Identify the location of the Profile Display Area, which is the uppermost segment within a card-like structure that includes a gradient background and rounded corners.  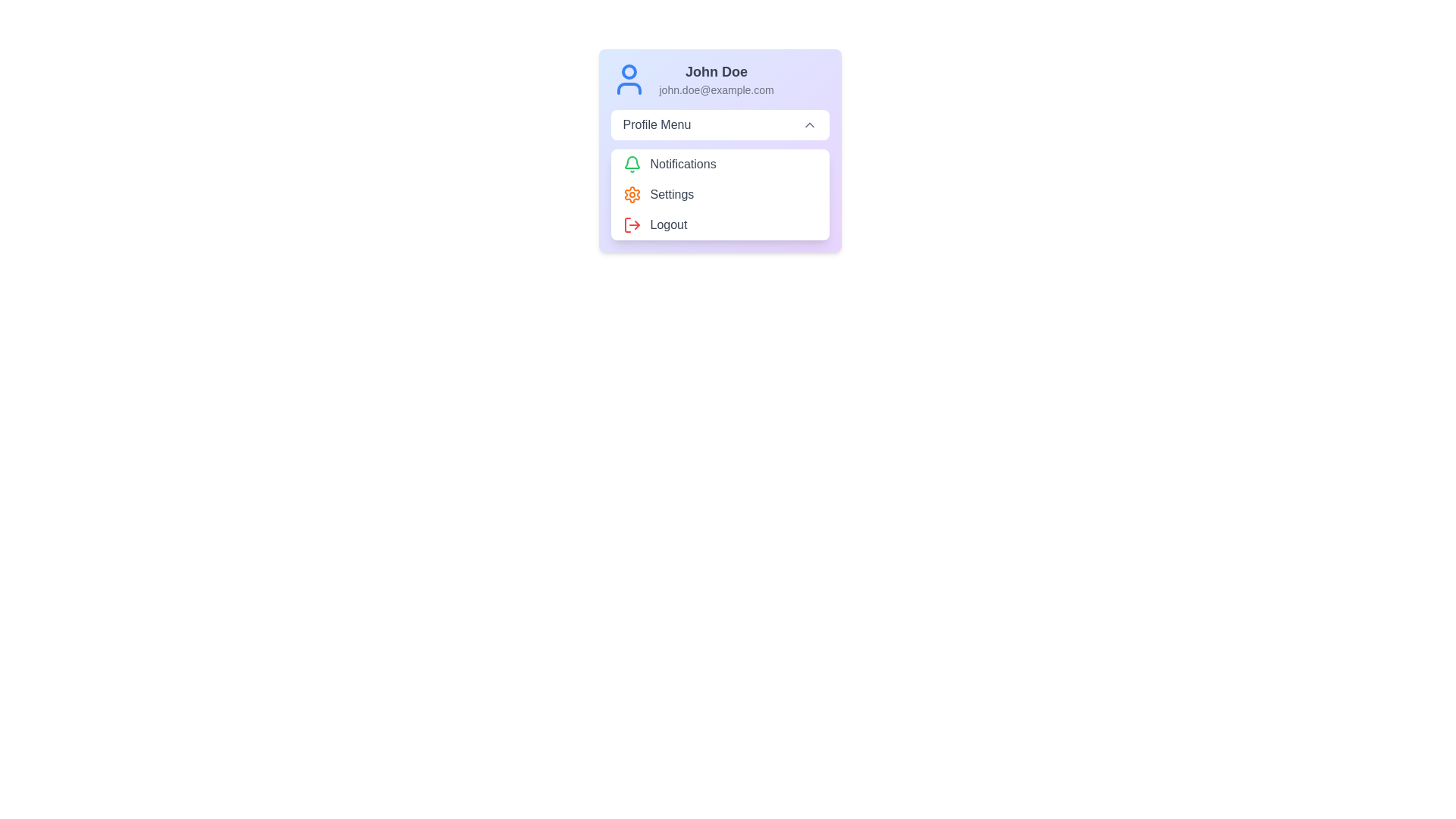
(719, 79).